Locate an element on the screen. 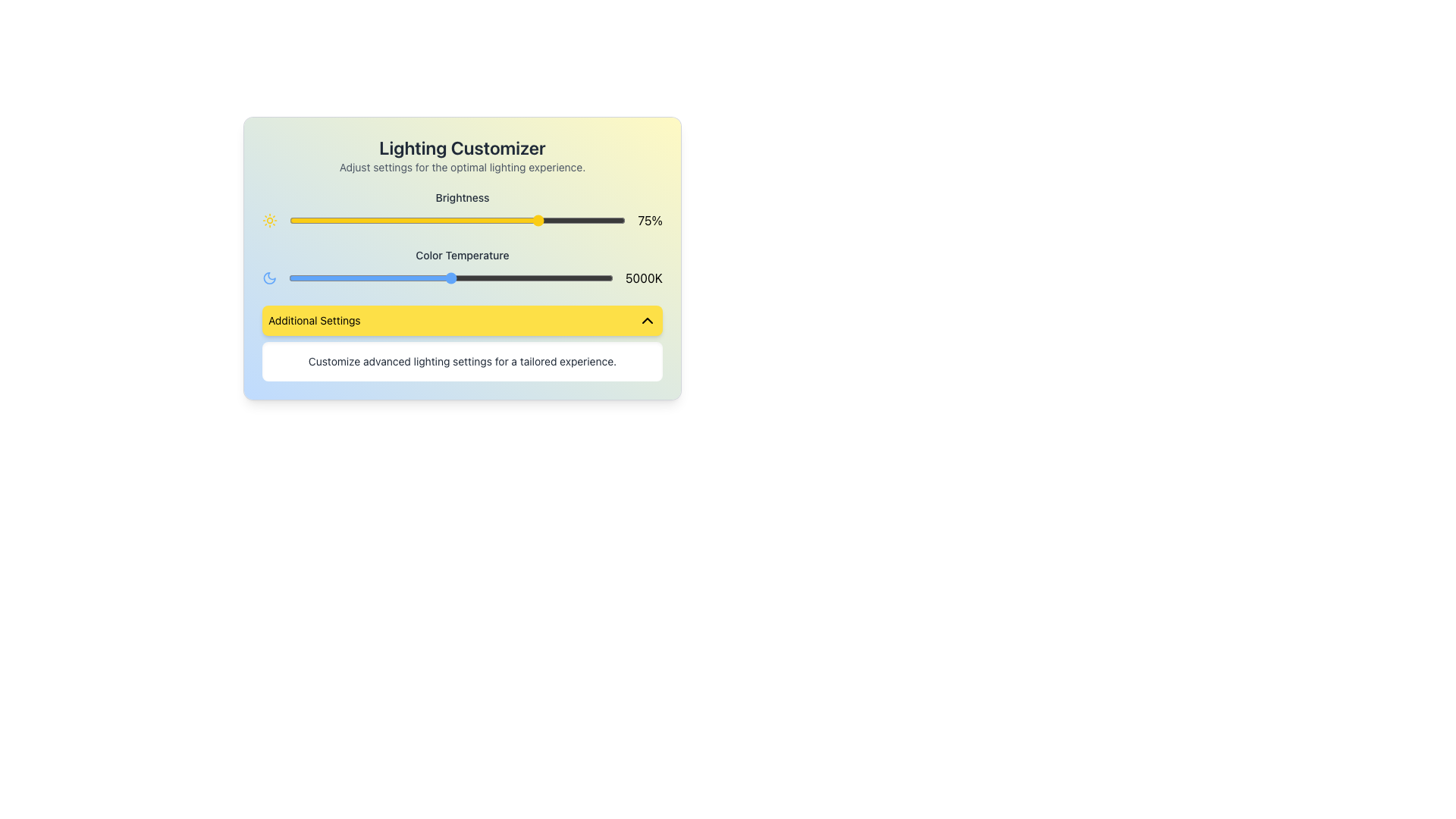 This screenshot has height=819, width=1456. the brightness level is located at coordinates (557, 220).